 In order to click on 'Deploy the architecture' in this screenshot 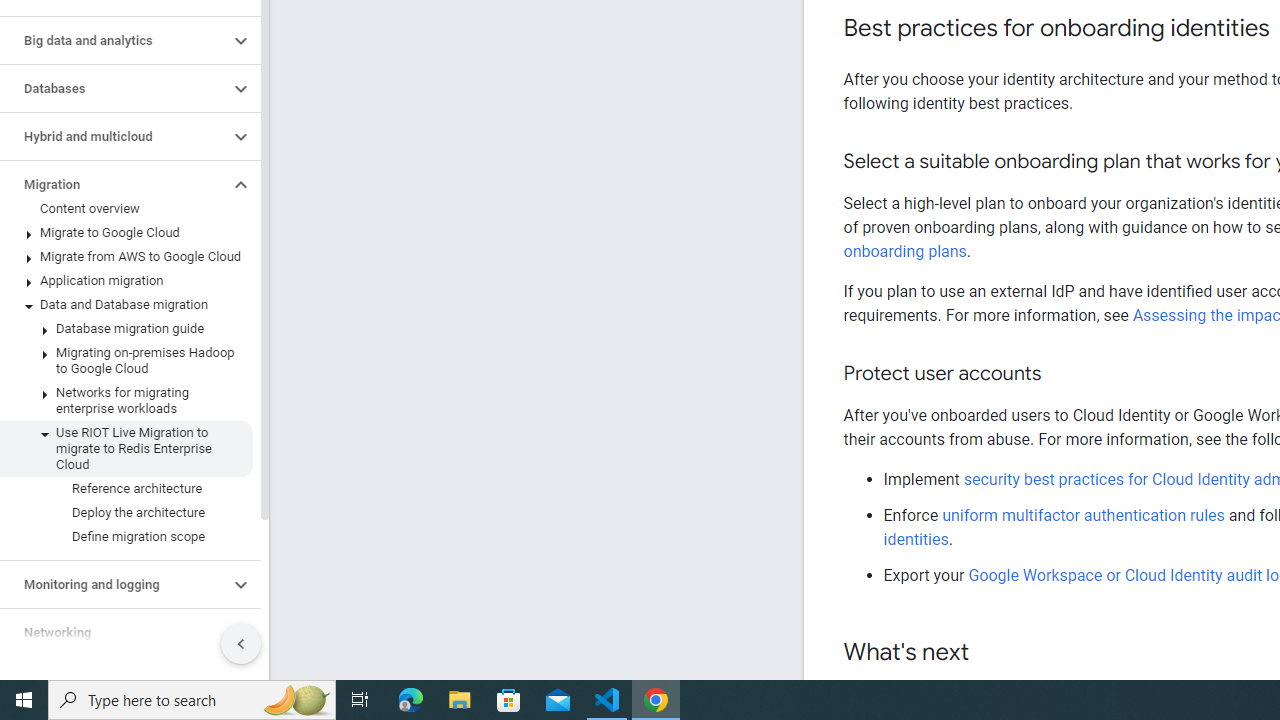, I will do `click(125, 512)`.